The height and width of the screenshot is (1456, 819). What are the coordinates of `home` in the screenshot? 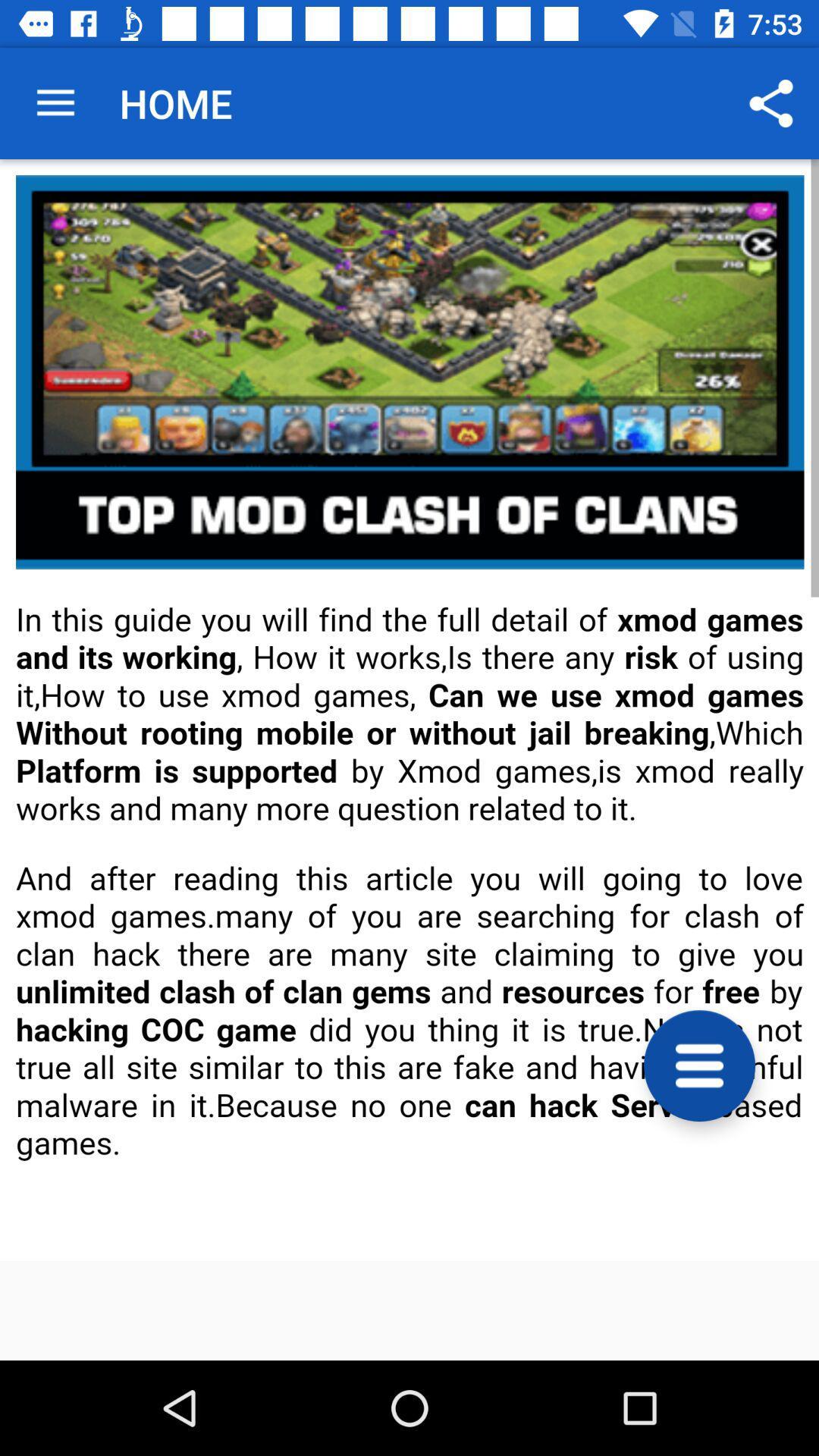 It's located at (409, 709).